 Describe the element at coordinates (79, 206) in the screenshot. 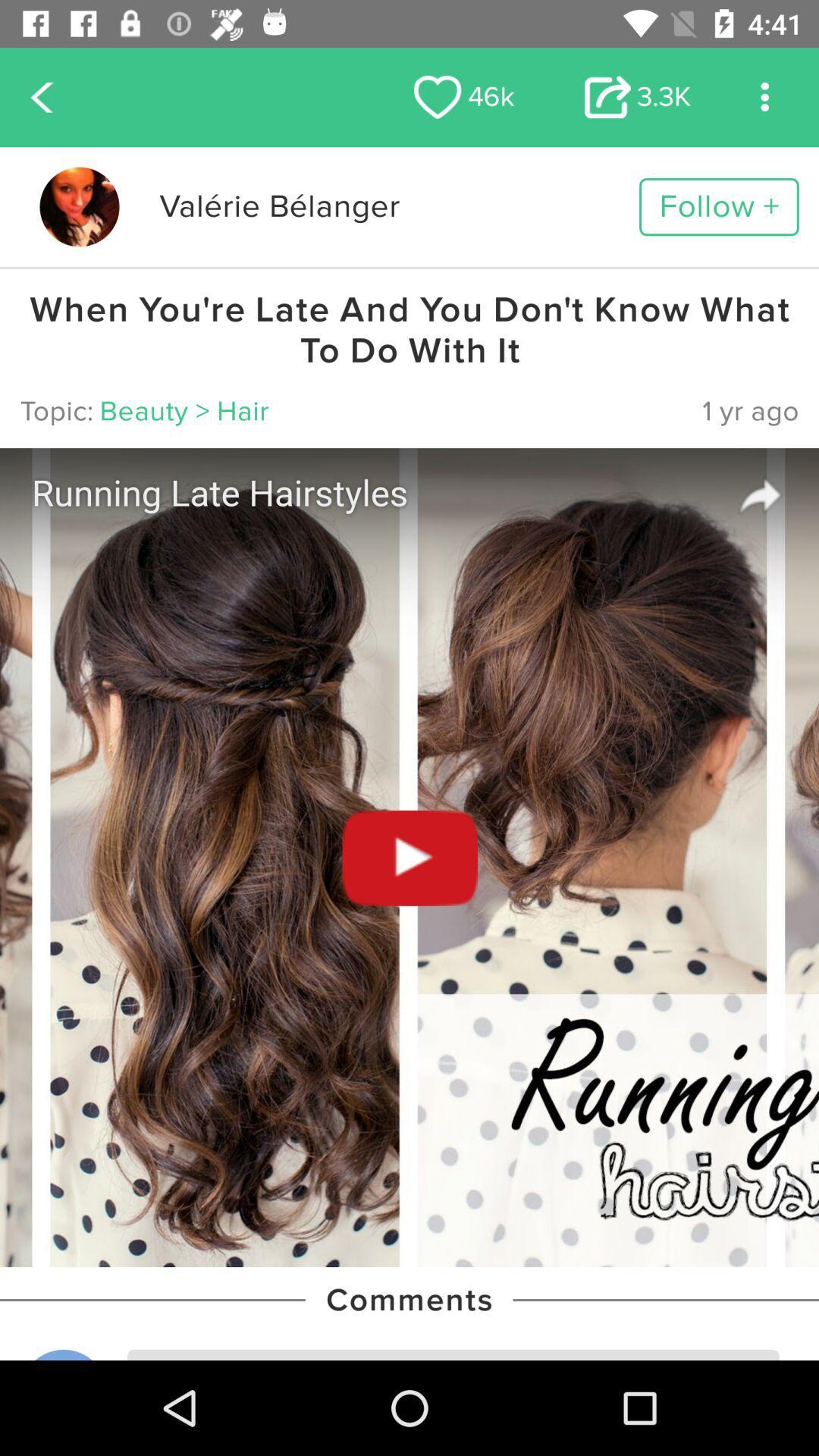

I see `it show the display image` at that location.